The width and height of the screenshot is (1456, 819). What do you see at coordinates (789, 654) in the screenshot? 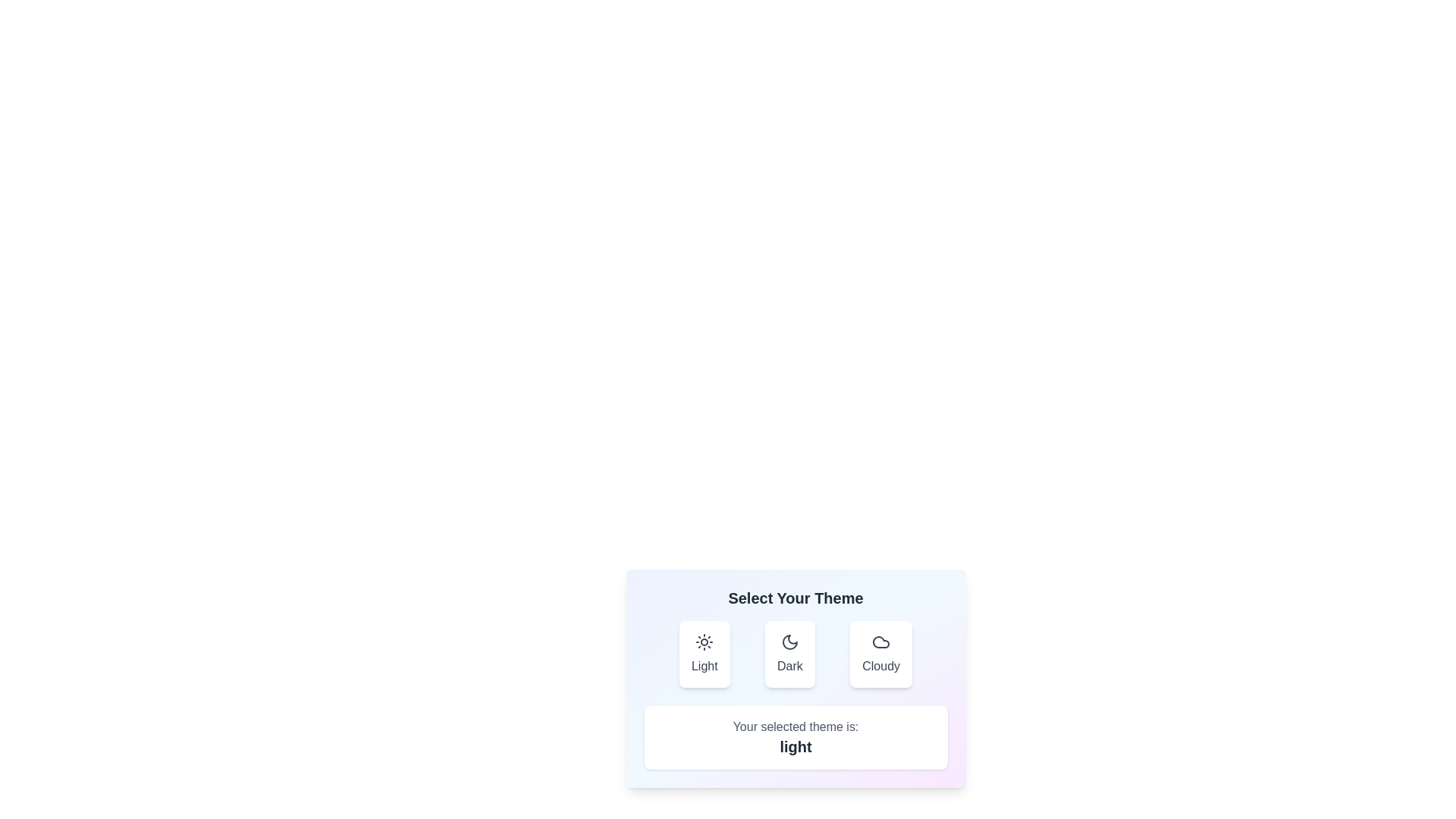
I see `the 'Dark' theme button` at bounding box center [789, 654].